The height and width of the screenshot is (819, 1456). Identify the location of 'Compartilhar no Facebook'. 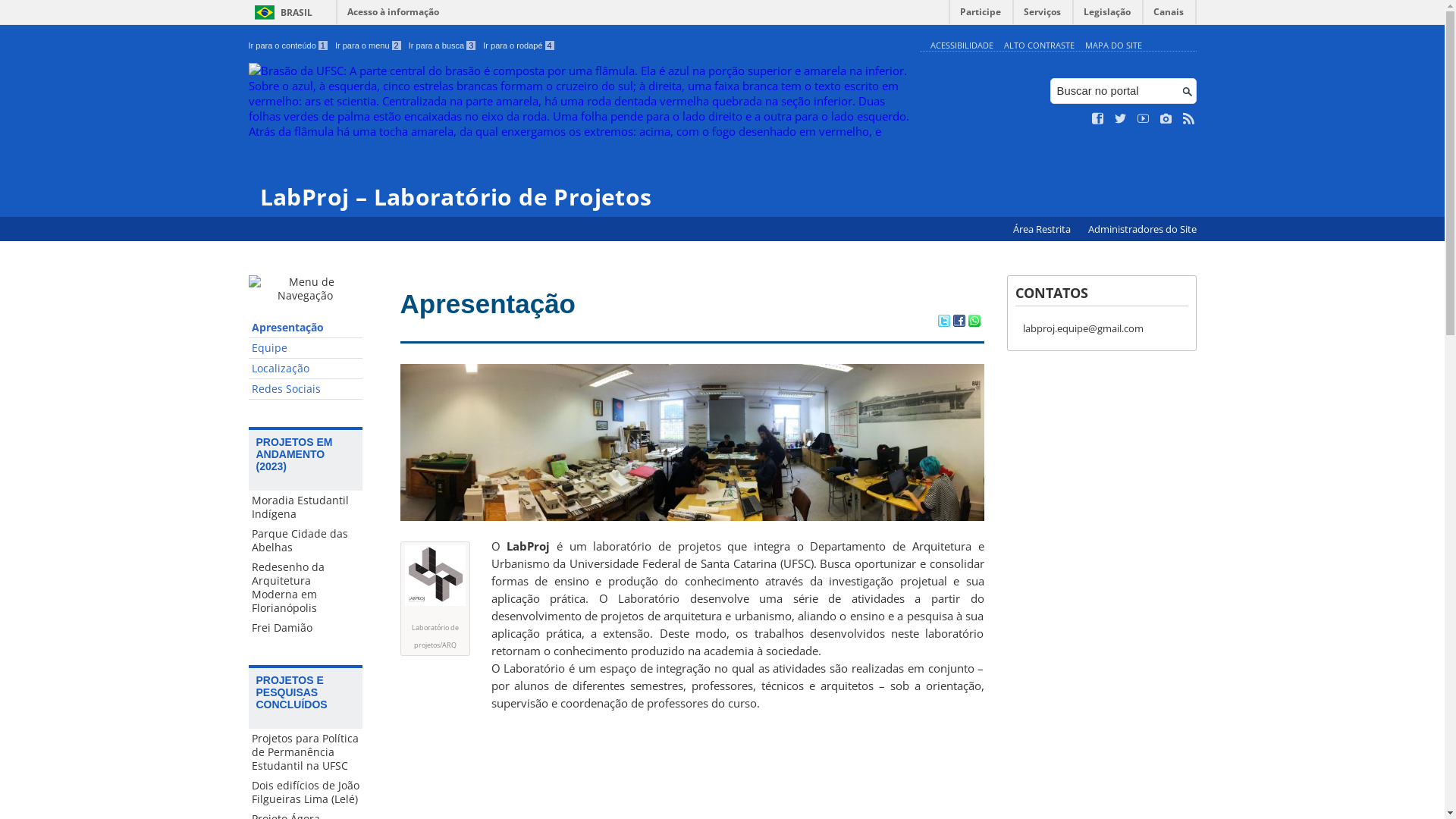
(957, 321).